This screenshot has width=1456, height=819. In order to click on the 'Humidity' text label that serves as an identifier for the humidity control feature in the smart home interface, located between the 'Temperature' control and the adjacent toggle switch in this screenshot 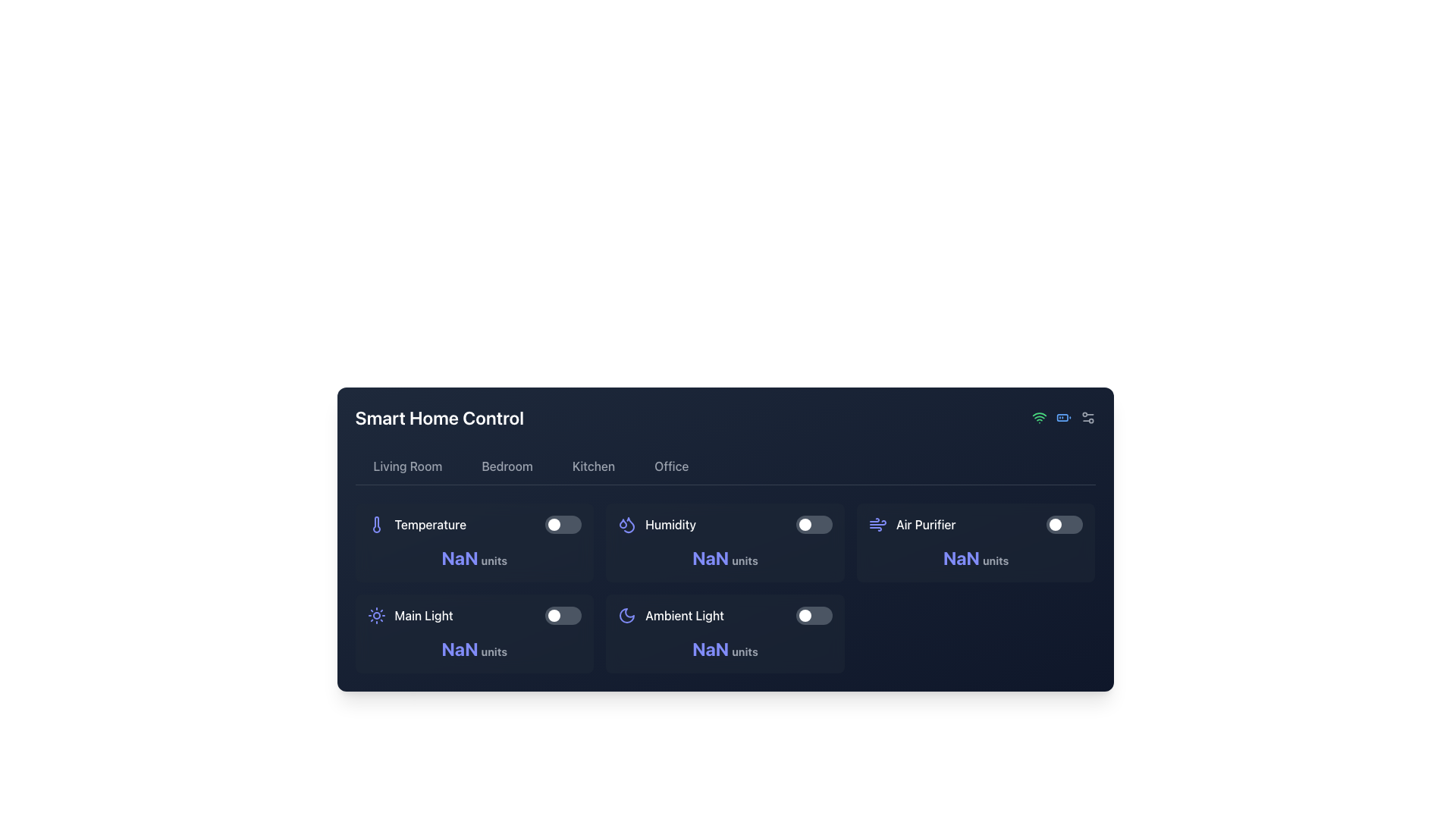, I will do `click(657, 523)`.